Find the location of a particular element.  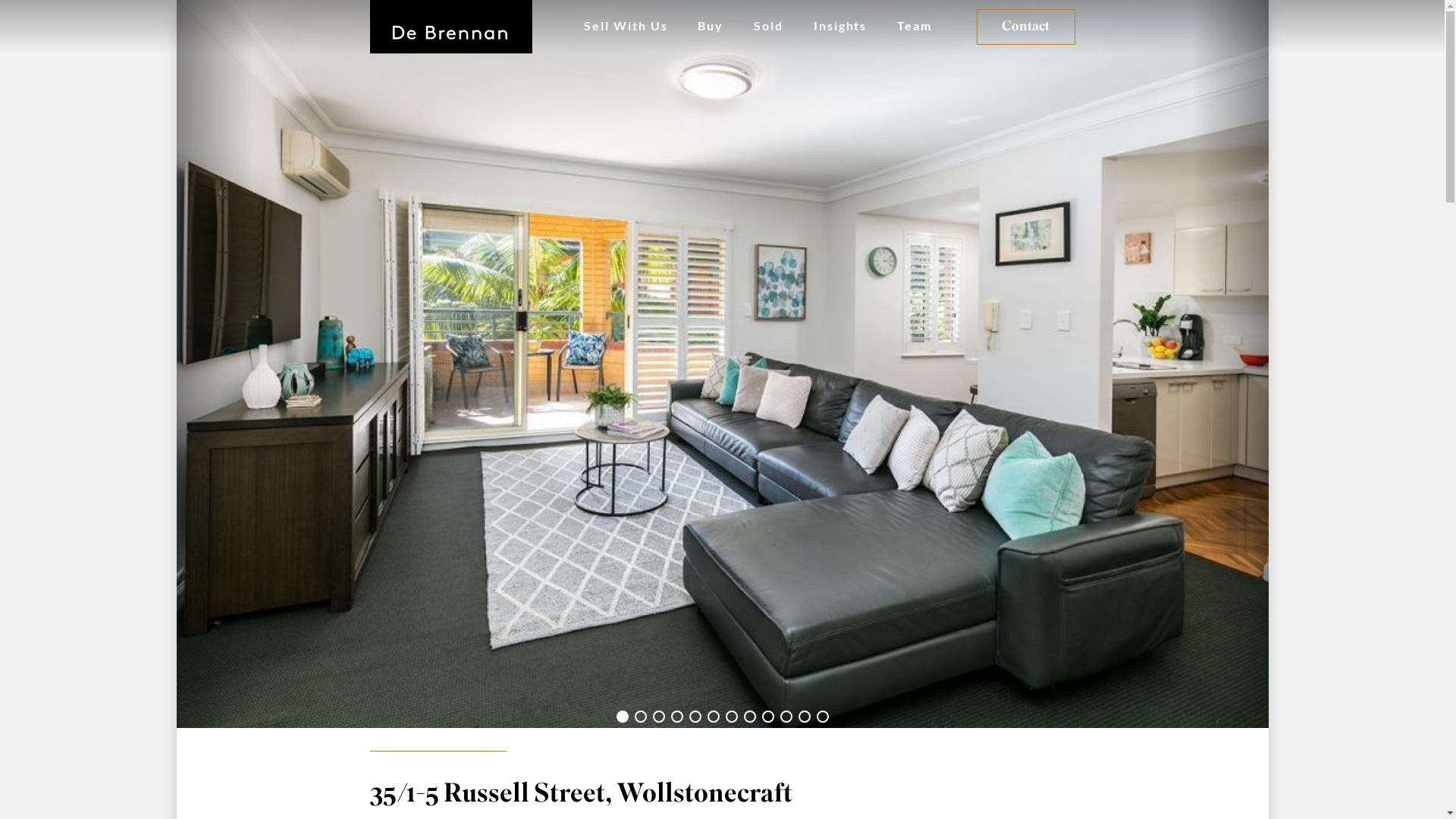

'4' is located at coordinates (676, 717).